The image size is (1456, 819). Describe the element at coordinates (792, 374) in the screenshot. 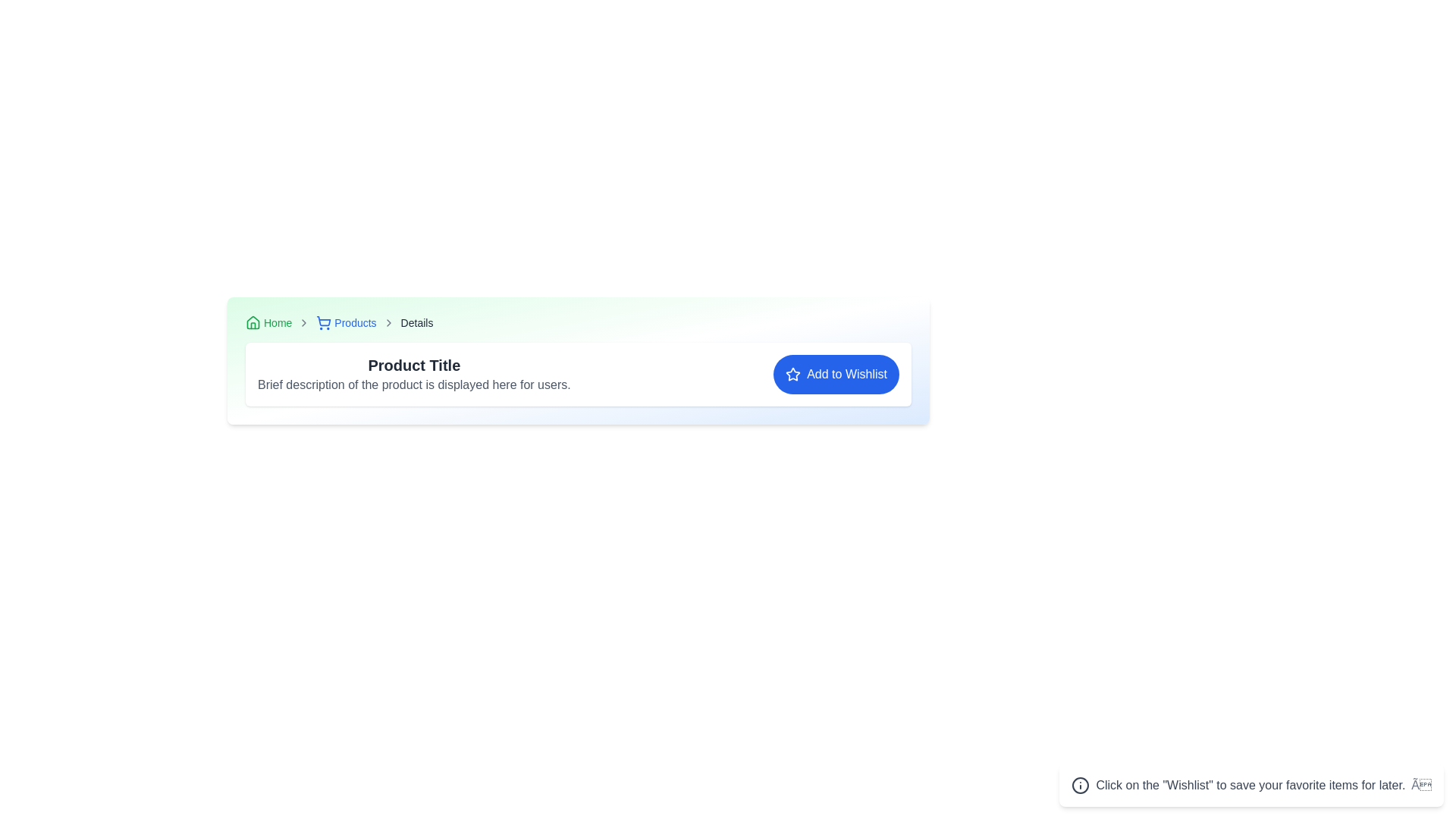

I see `the star-shaped icon with a blue outline and white fill, which is` at that location.